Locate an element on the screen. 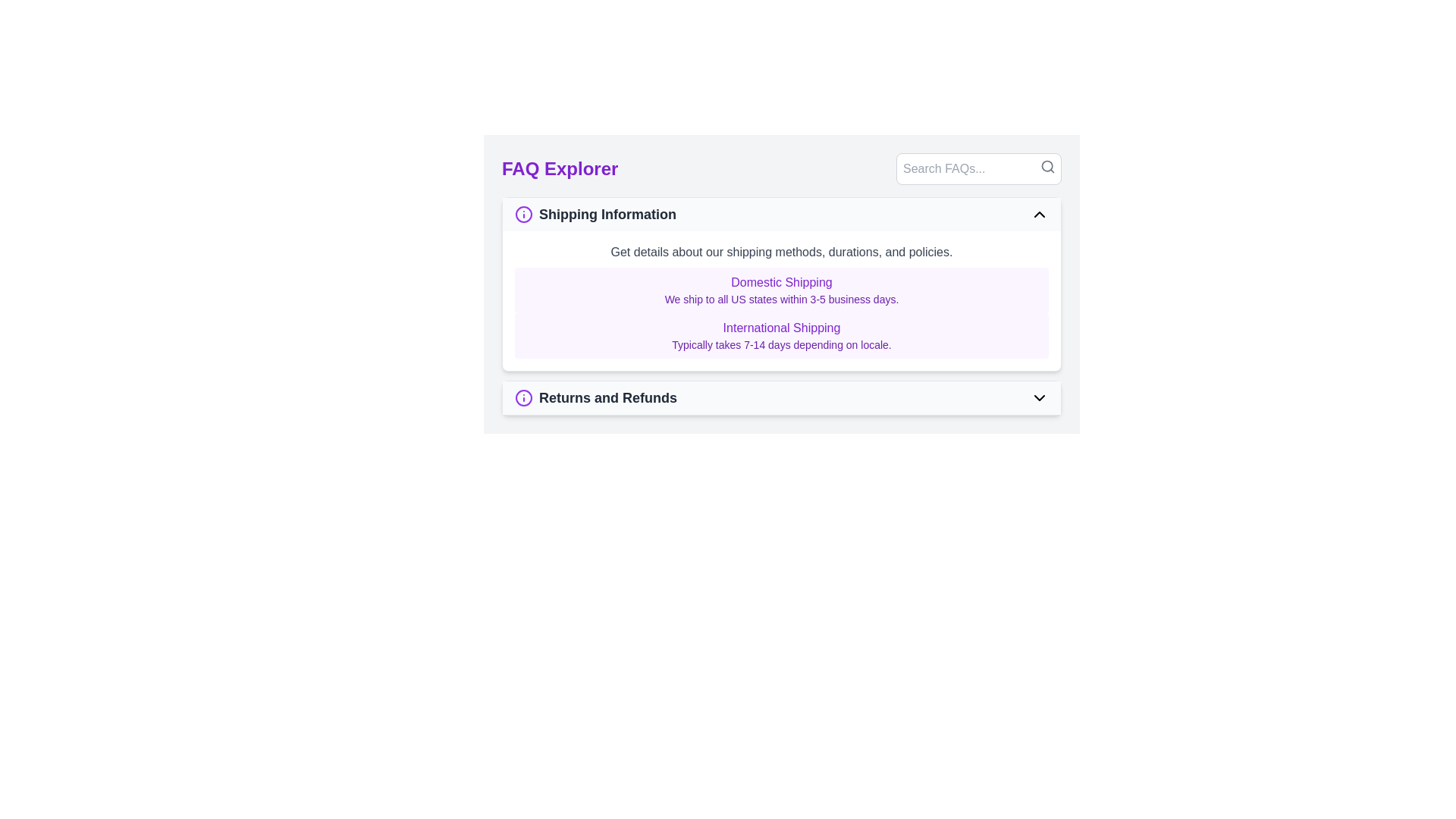 This screenshot has height=819, width=1456. the Informational Panel which has a light purple background and contains the text 'International Shipping' and delivery times is located at coordinates (782, 335).